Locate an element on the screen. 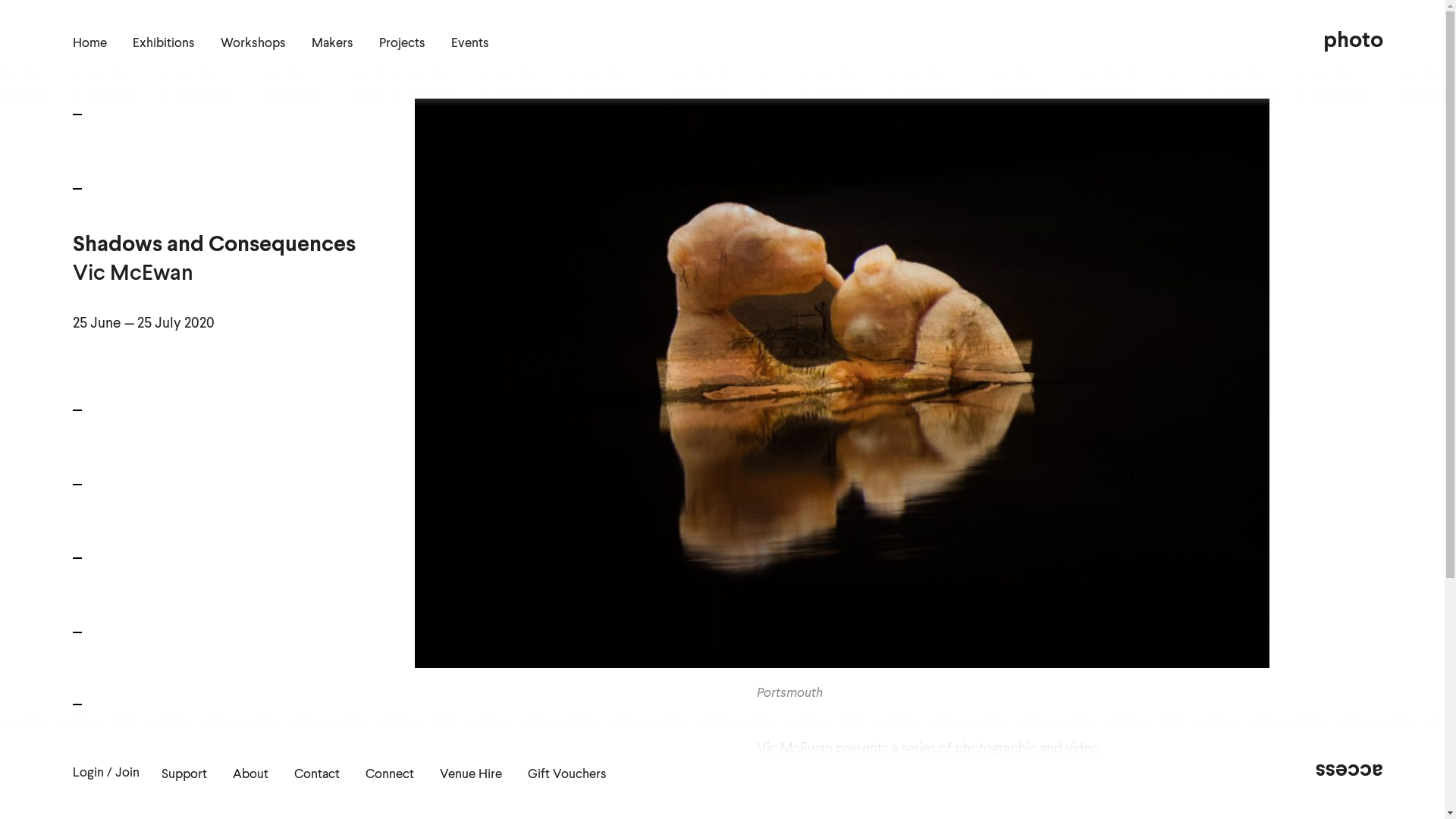 The width and height of the screenshot is (1456, 819). 'Home' is located at coordinates (89, 42).